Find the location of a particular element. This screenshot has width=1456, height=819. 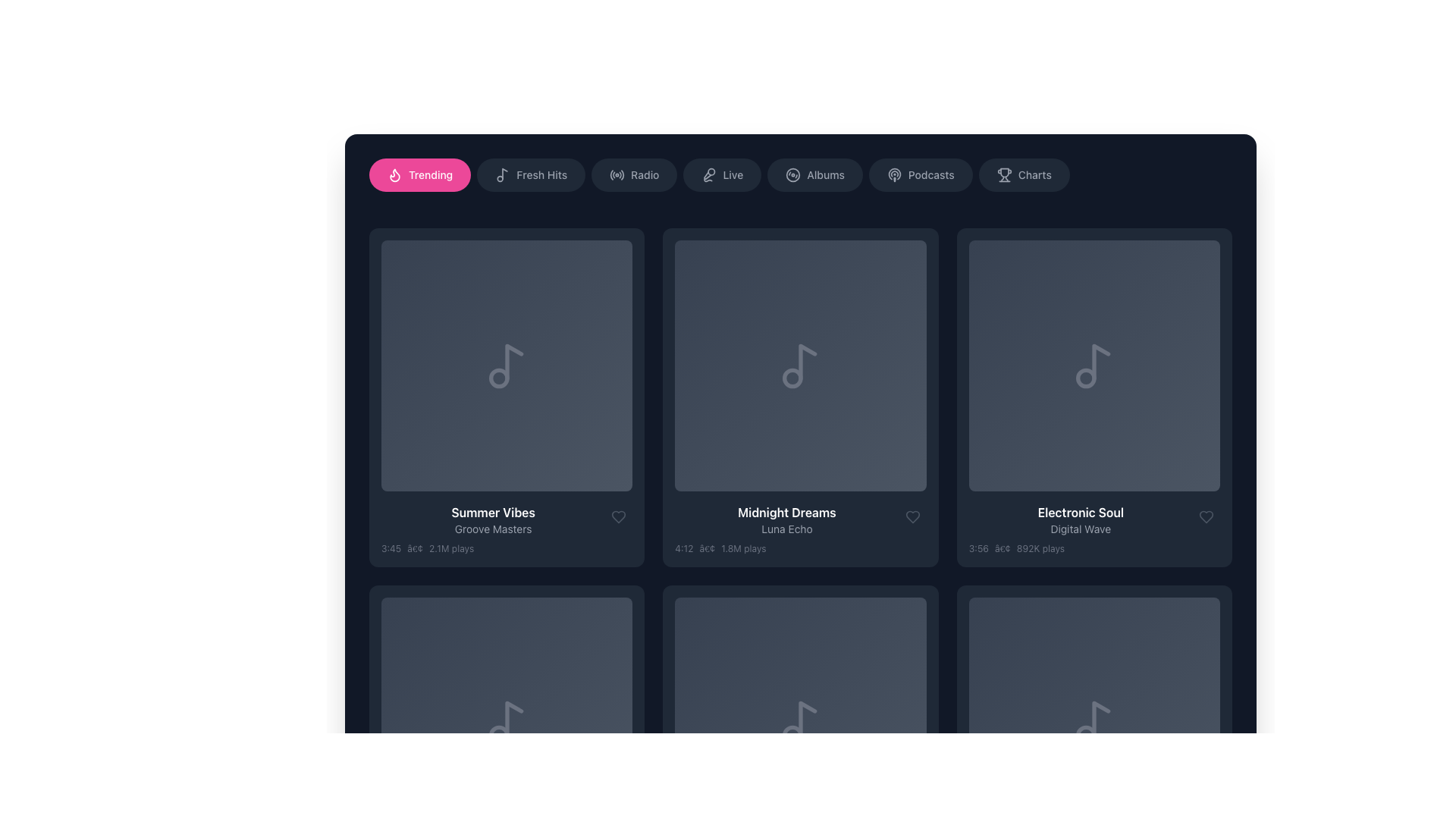

the 'Podcasts' text label located in the top navigation bar is located at coordinates (930, 174).